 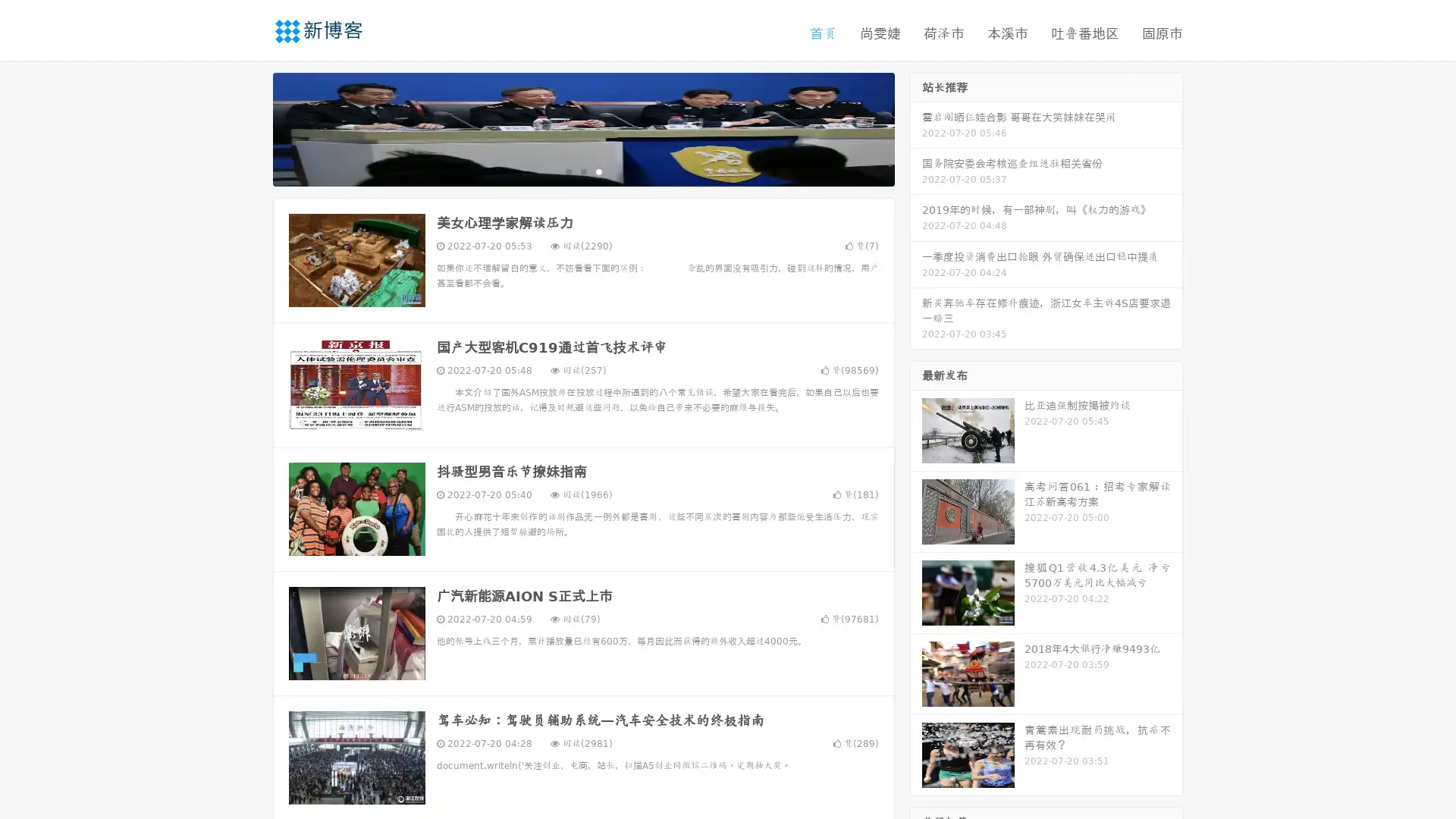 I want to click on Go to slide 1, so click(x=567, y=171).